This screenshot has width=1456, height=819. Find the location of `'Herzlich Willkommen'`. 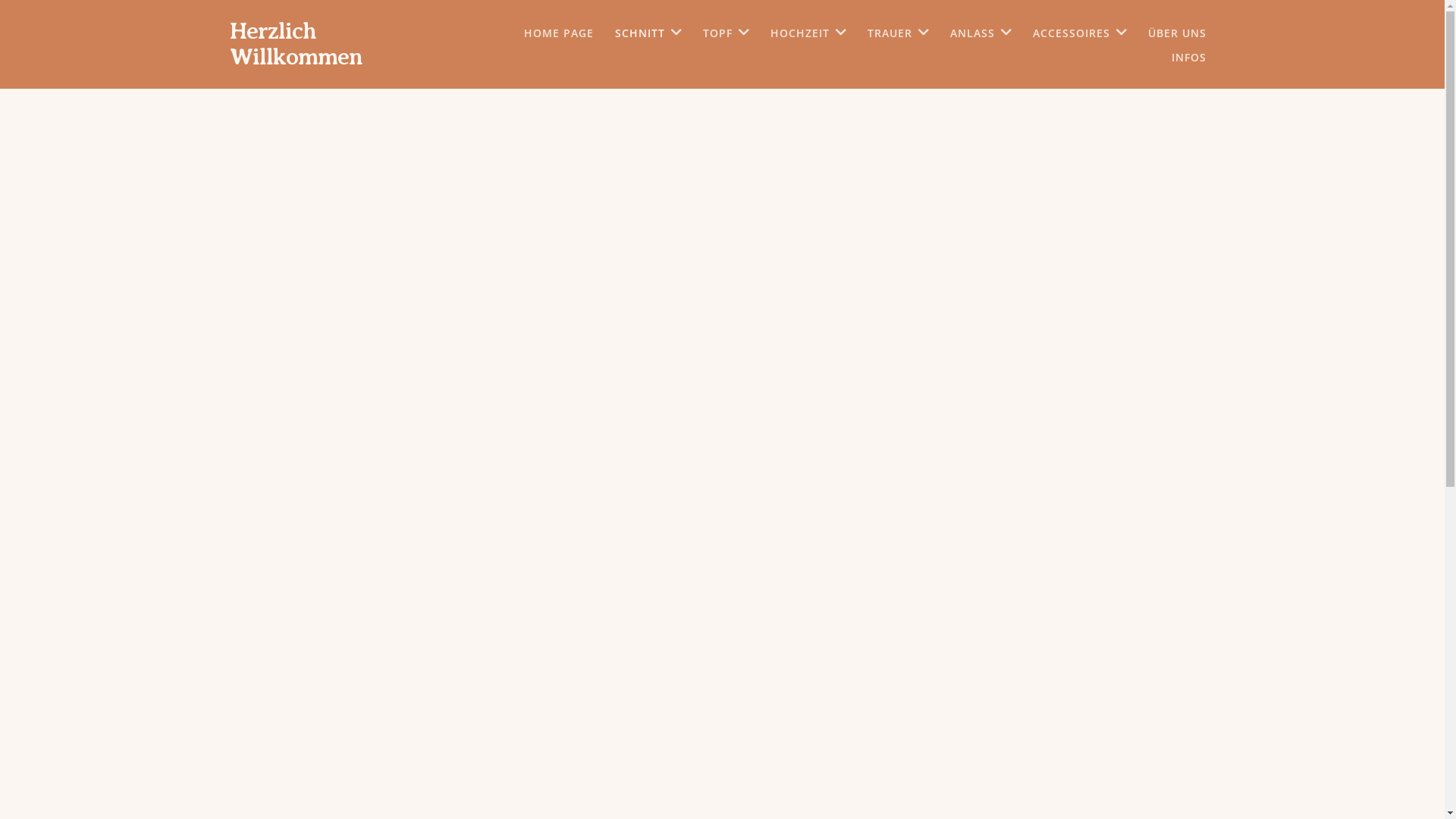

'Herzlich Willkommen' is located at coordinates (228, 42).